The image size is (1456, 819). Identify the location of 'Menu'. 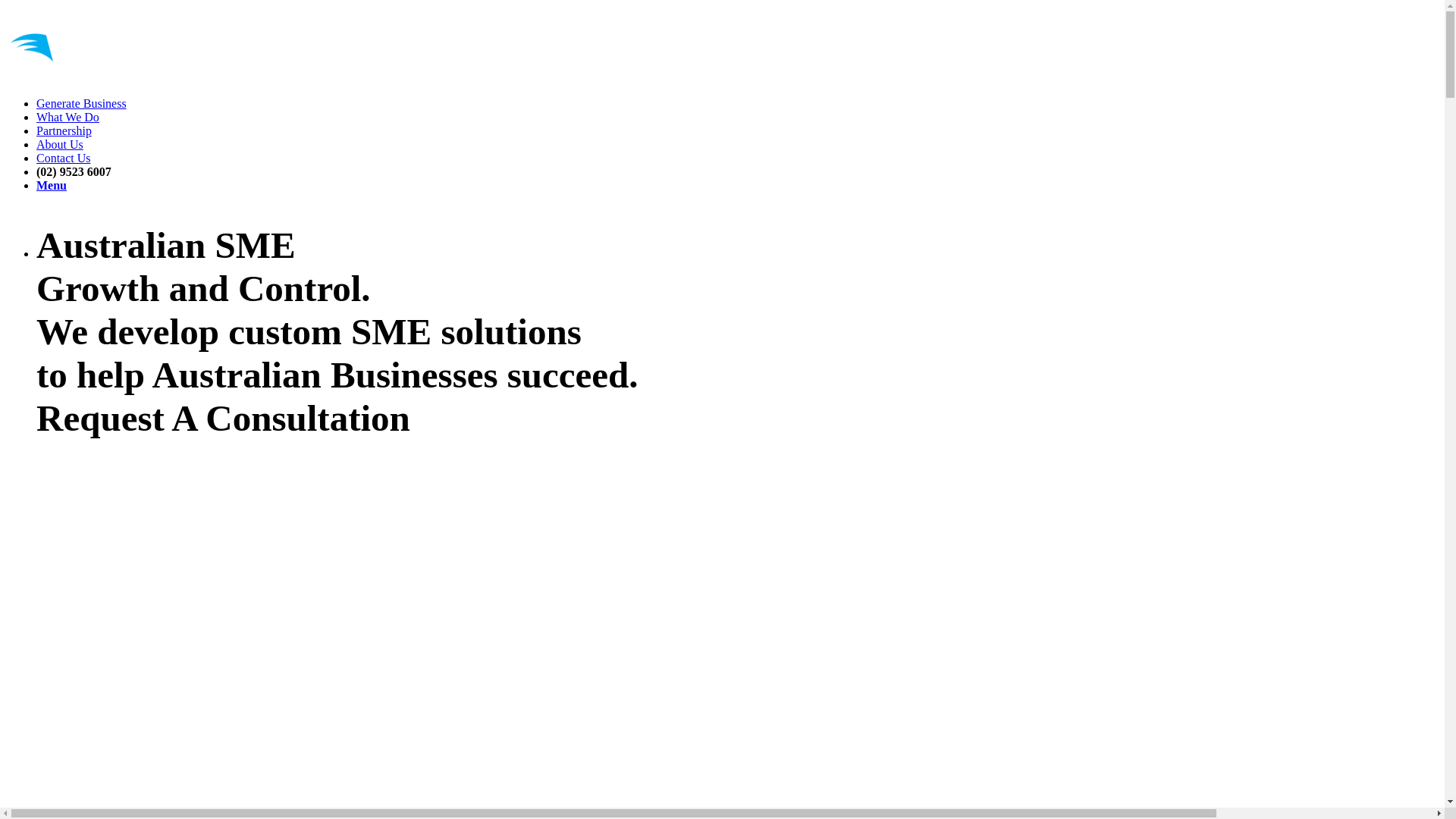
(51, 184).